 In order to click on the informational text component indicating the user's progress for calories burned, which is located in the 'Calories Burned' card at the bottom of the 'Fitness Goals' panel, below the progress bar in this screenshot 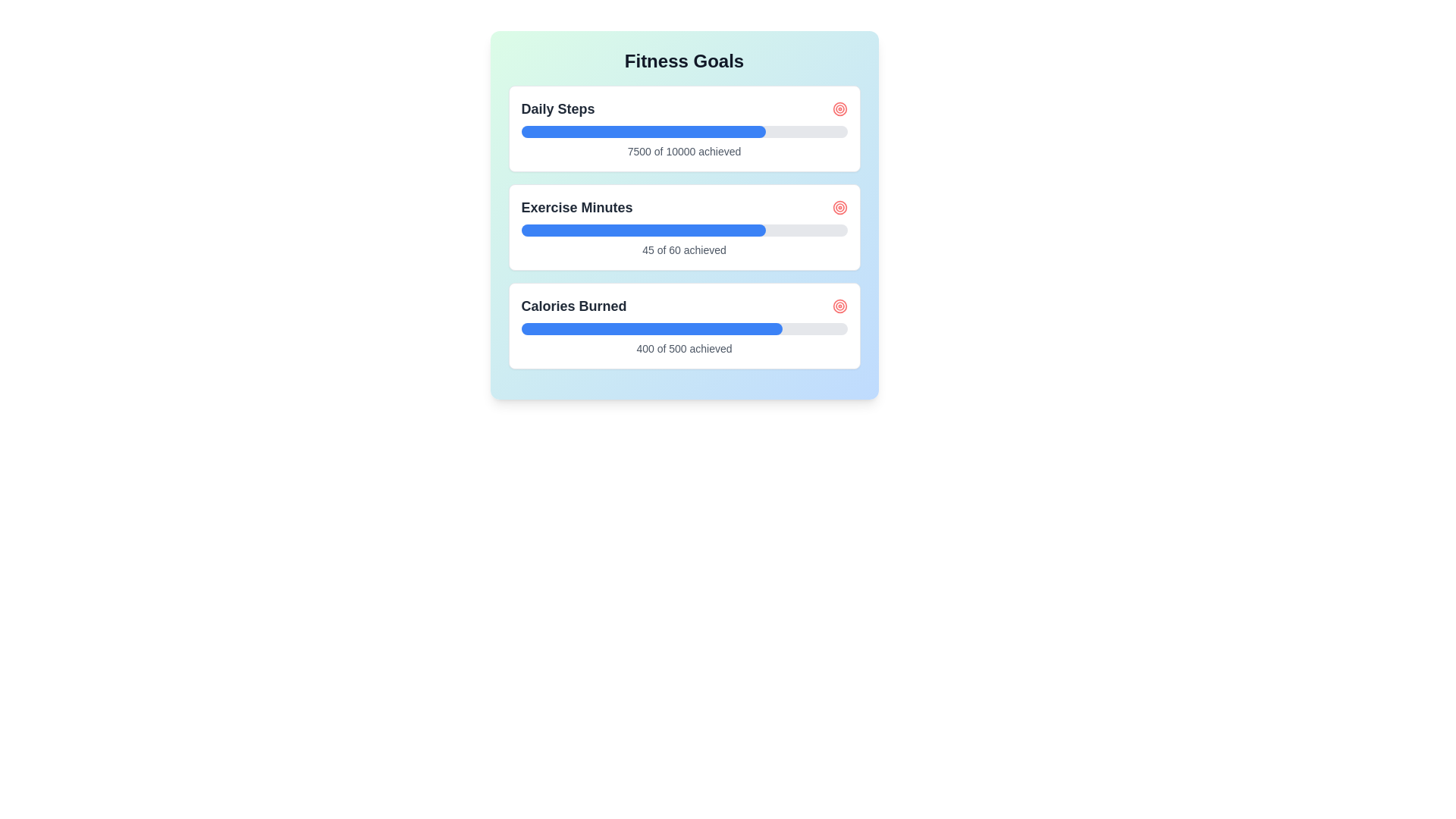, I will do `click(683, 348)`.